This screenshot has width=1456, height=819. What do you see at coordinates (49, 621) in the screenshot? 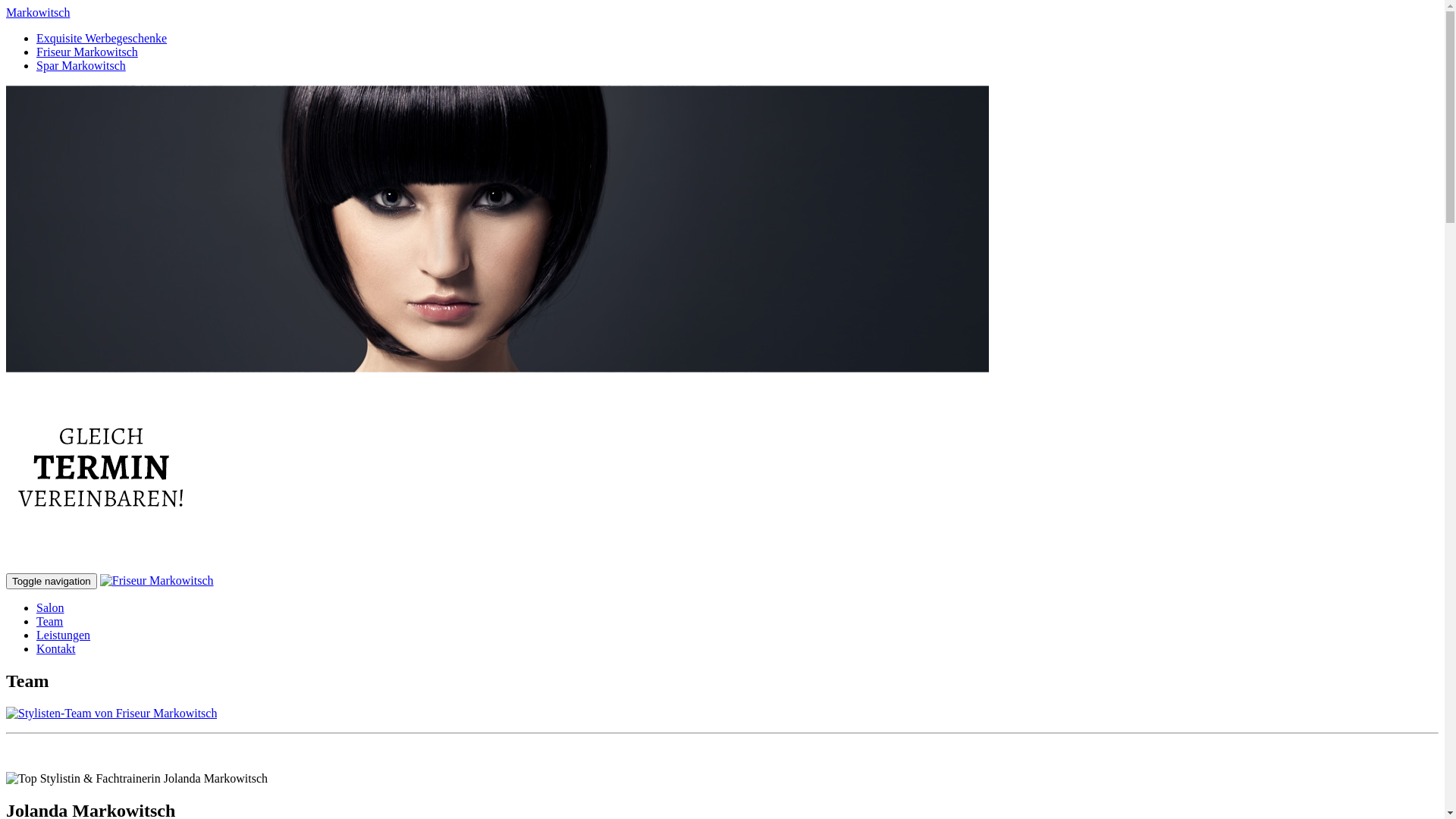
I see `'Team'` at bounding box center [49, 621].